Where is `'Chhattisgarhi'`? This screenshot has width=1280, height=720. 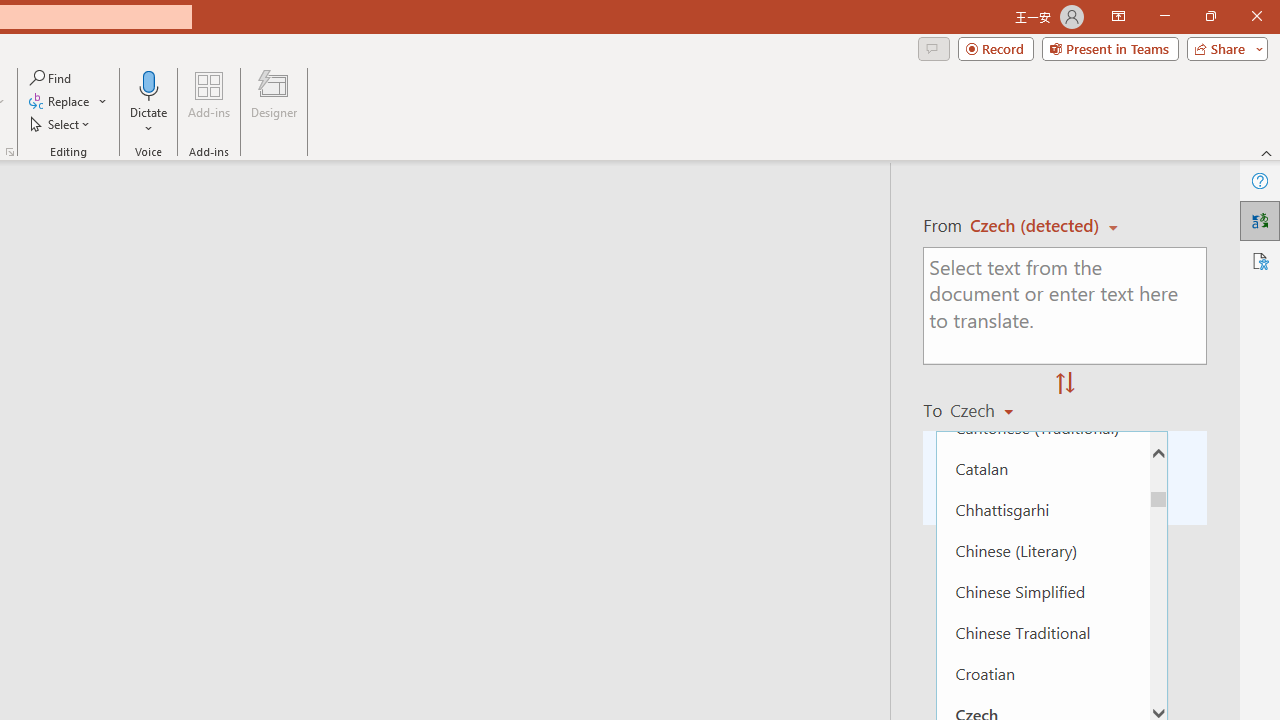
'Chhattisgarhi' is located at coordinates (1042, 508).